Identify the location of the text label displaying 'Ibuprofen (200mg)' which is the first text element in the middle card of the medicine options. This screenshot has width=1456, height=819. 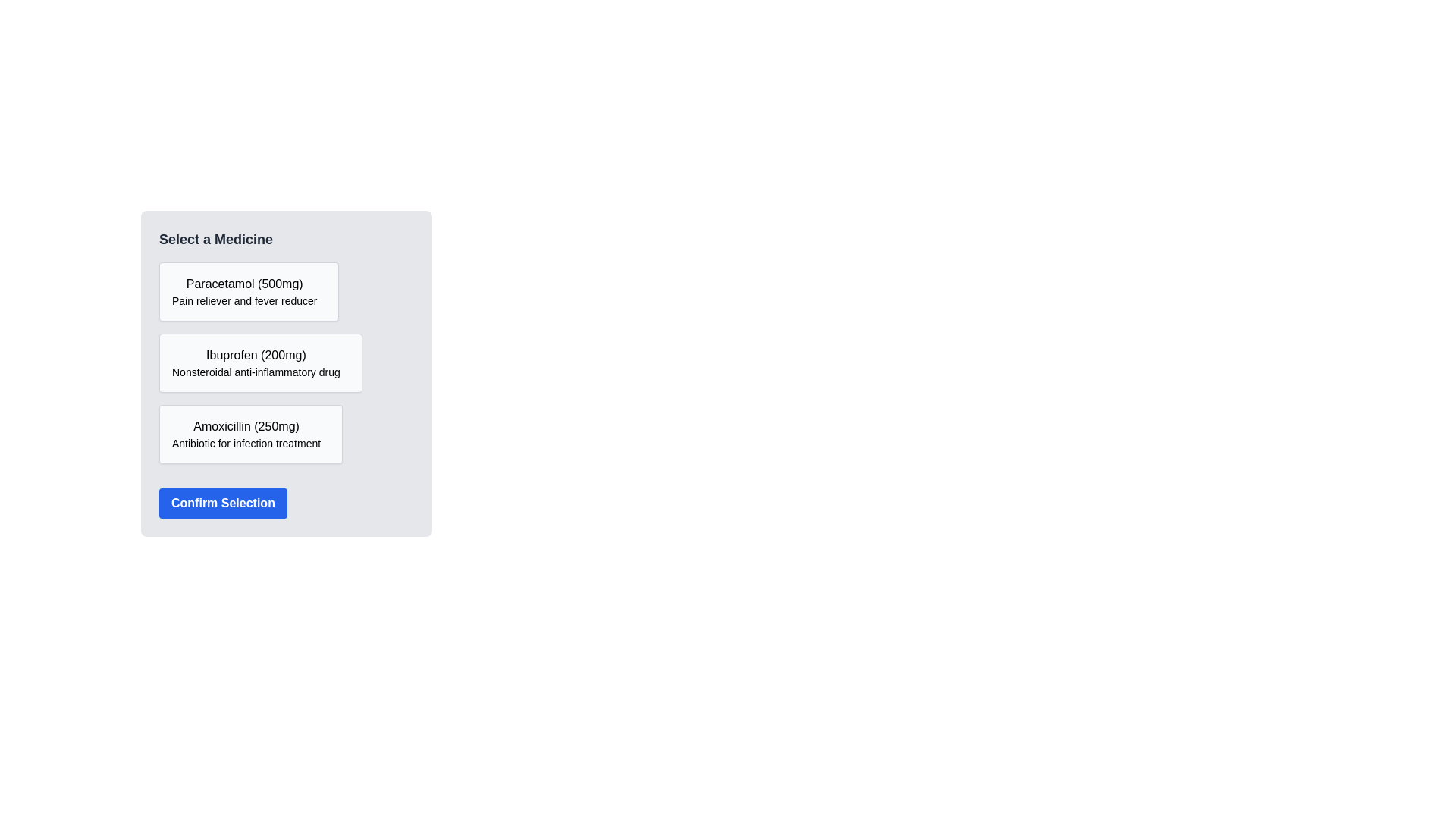
(256, 356).